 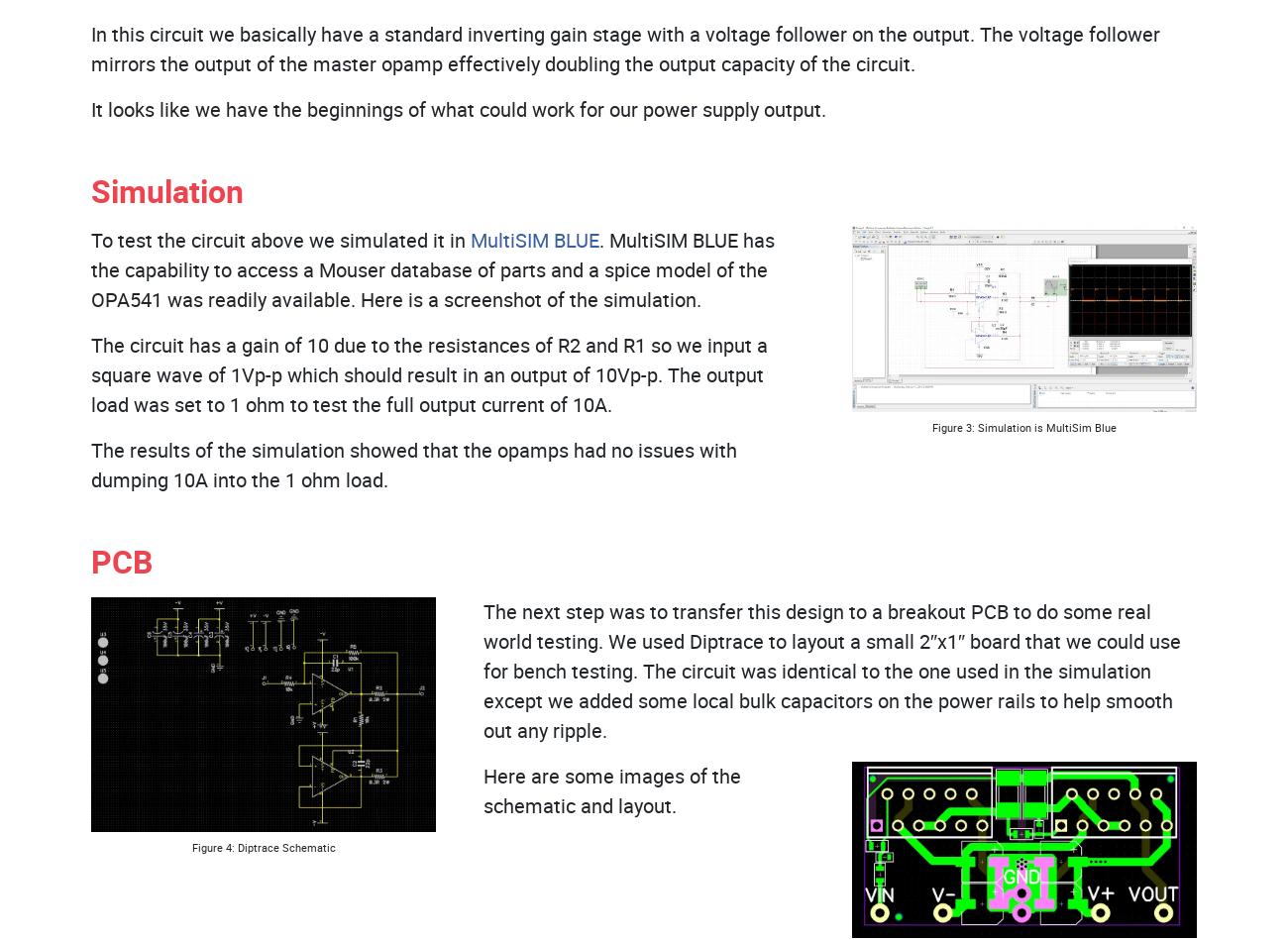 I want to click on 'Houston, TX 77041', so click(x=838, y=350).